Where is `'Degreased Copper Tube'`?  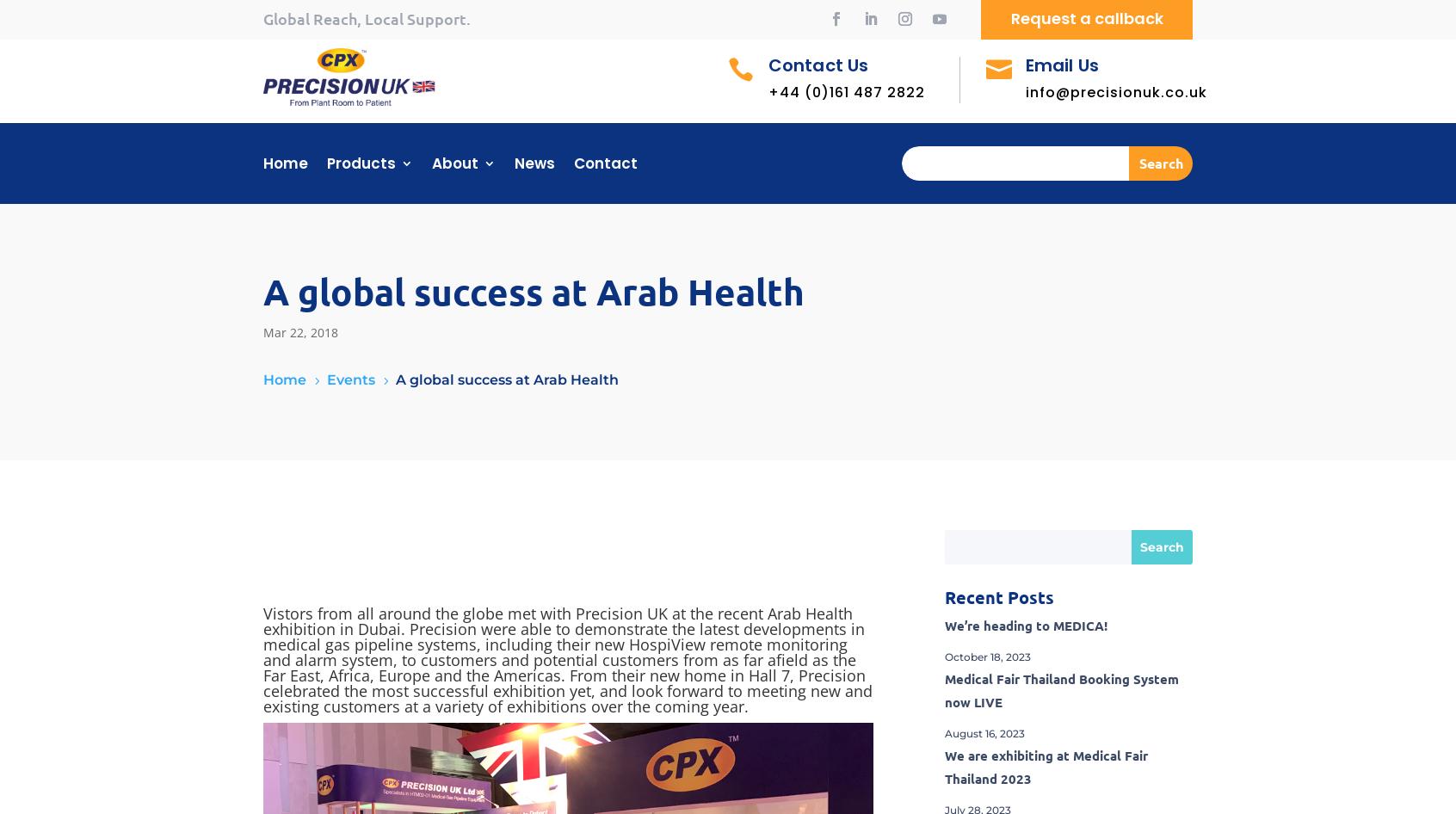 'Degreased Copper Tube' is located at coordinates (633, 281).